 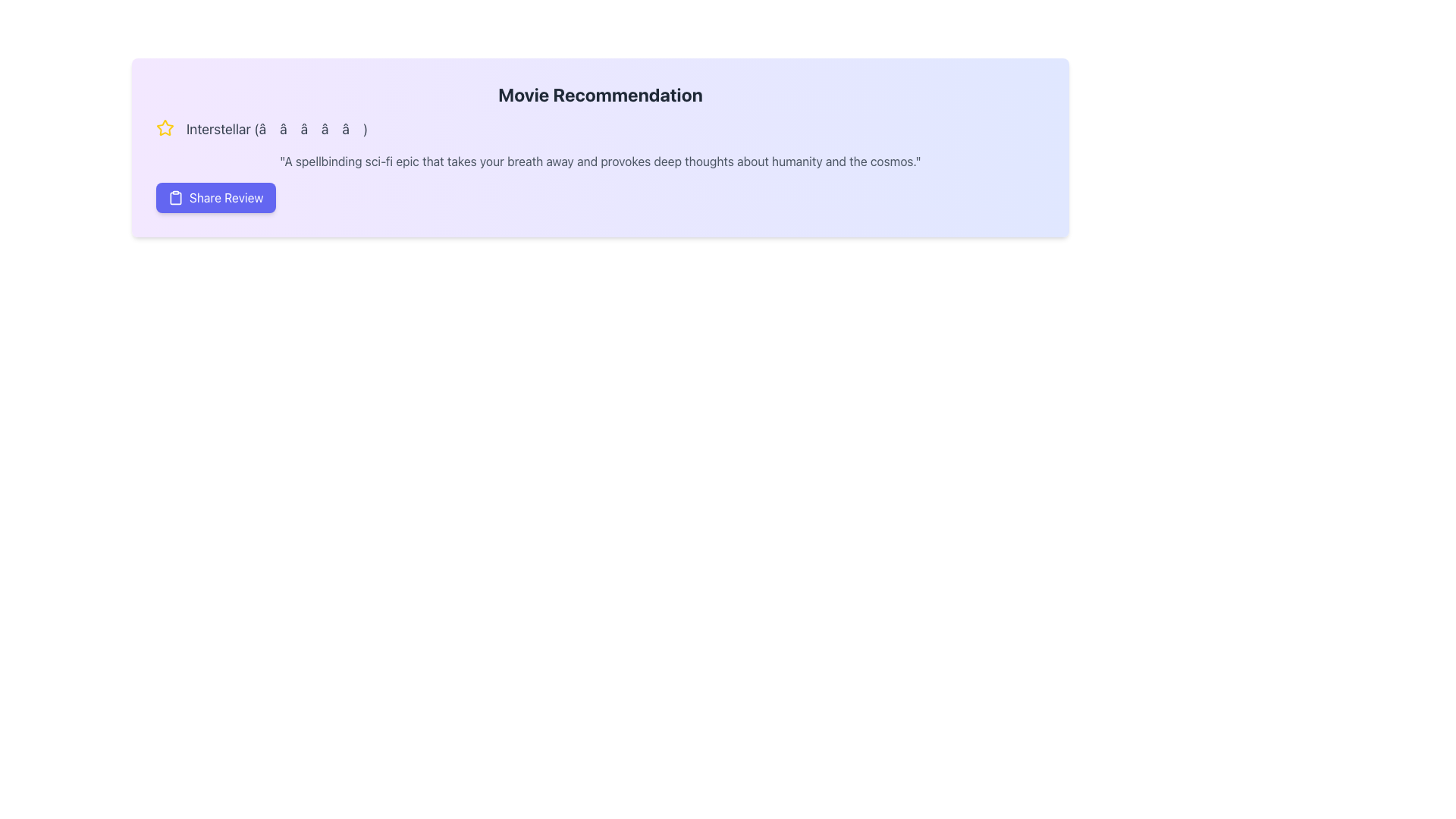 What do you see at coordinates (175, 197) in the screenshot?
I see `the clipboard icon located to the left of the 'Share Review' text on the blue button` at bounding box center [175, 197].